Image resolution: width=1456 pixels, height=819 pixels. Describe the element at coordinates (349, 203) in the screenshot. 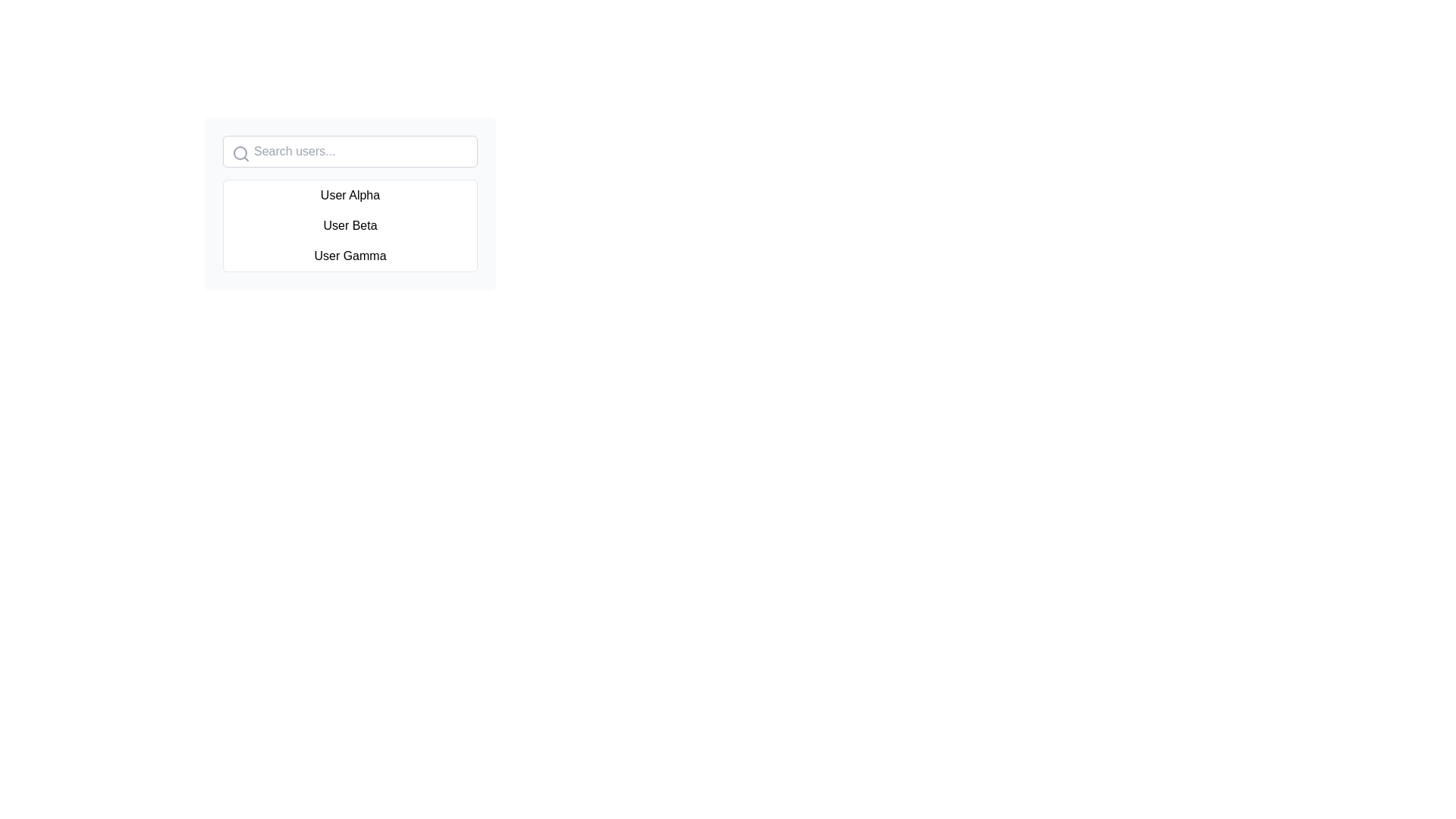

I see `to select the list item labeled 'User Alpha', which is the first item in a vertically aligned list located below the 'Search users...' input field` at that location.